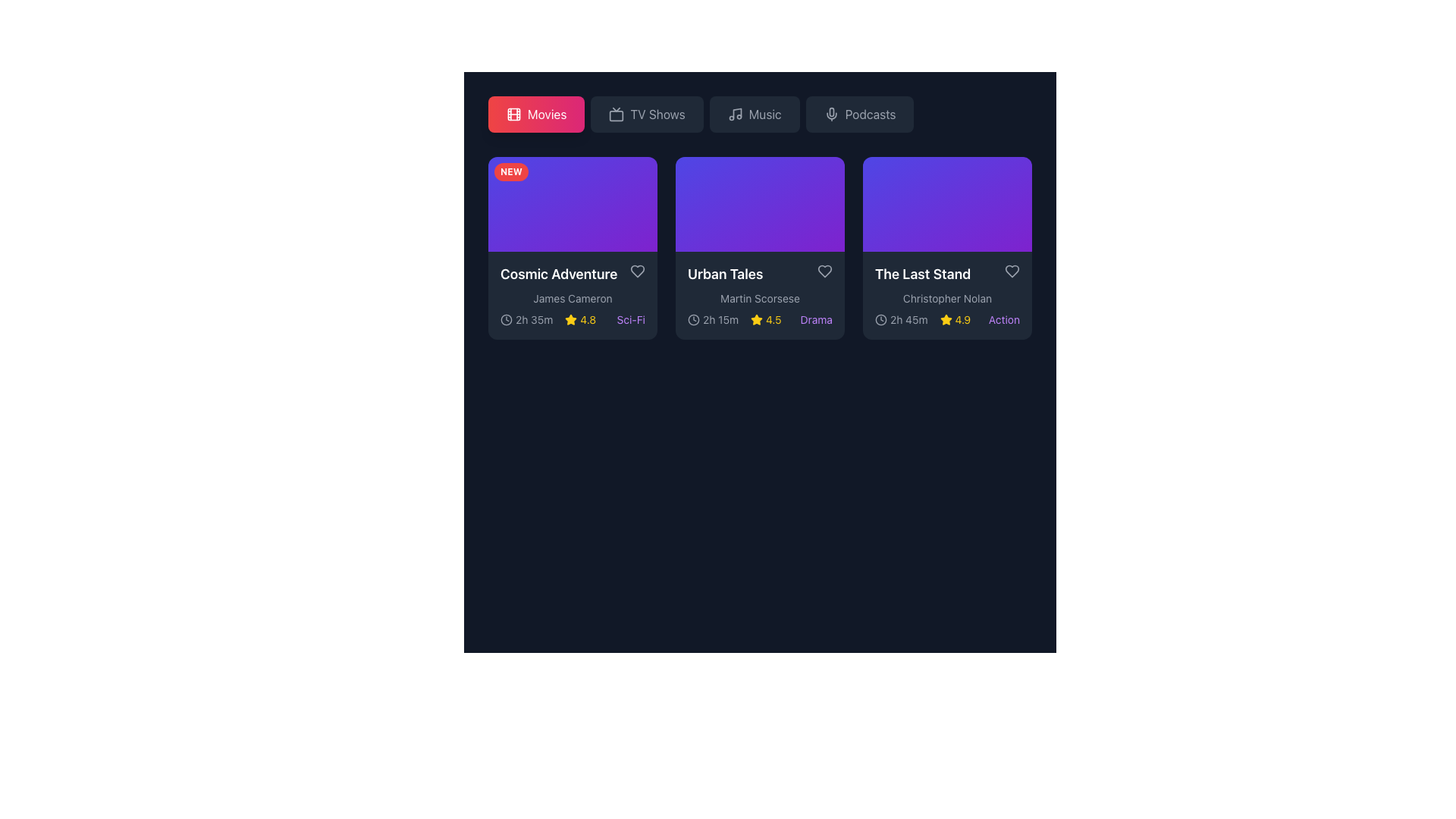  I want to click on the movie card representing a movie item with metadata such as title, director, duration, rating, and genre, which is the second card in a row, positioned between 'Cosmic Adventure' and 'The Last Stand', so click(760, 247).